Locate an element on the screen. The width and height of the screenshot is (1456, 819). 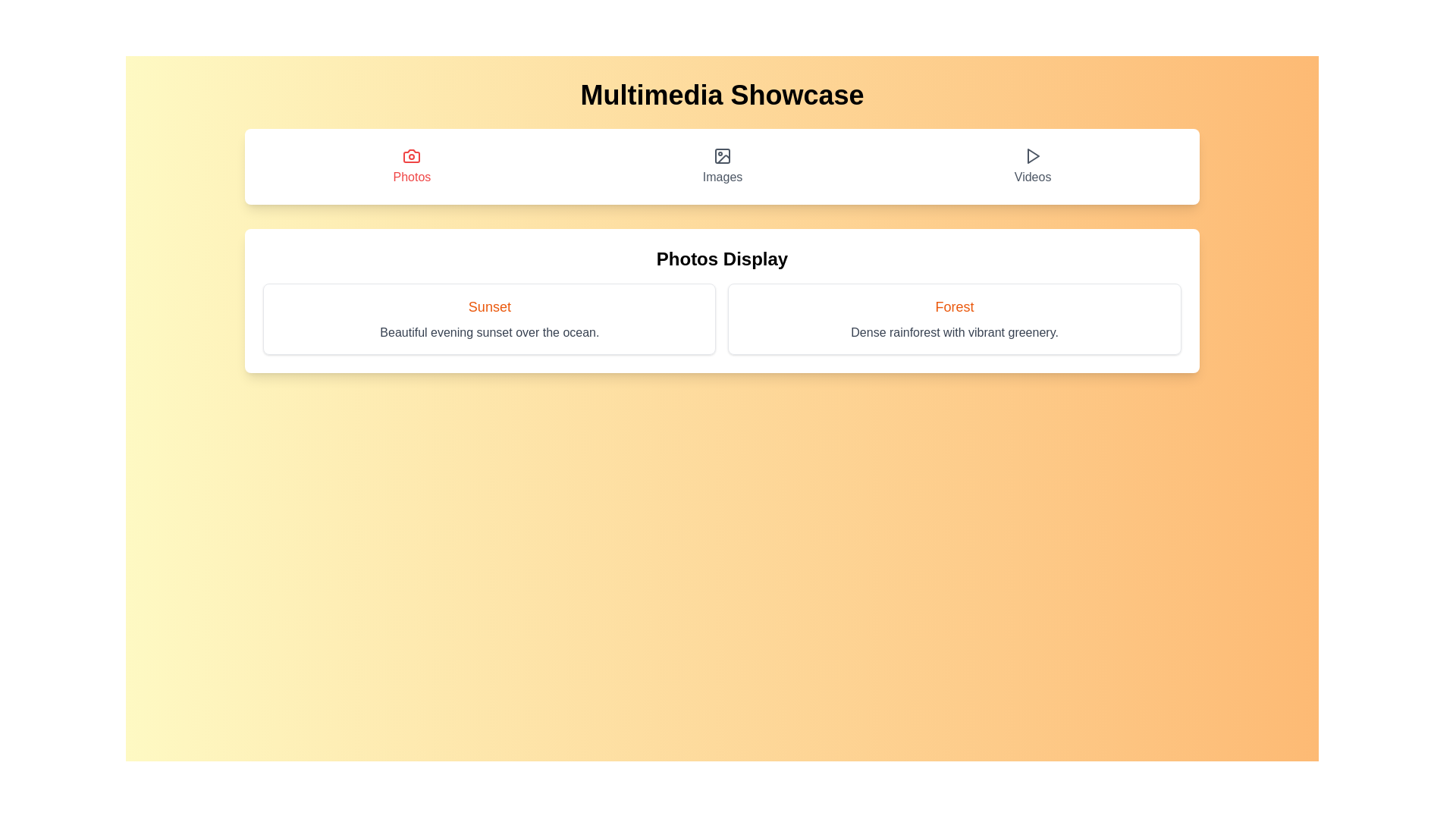
the 'Videos' text label within the navigation button located on the far right of the top navigation bar, which indicates the section for video-related content is located at coordinates (1032, 177).